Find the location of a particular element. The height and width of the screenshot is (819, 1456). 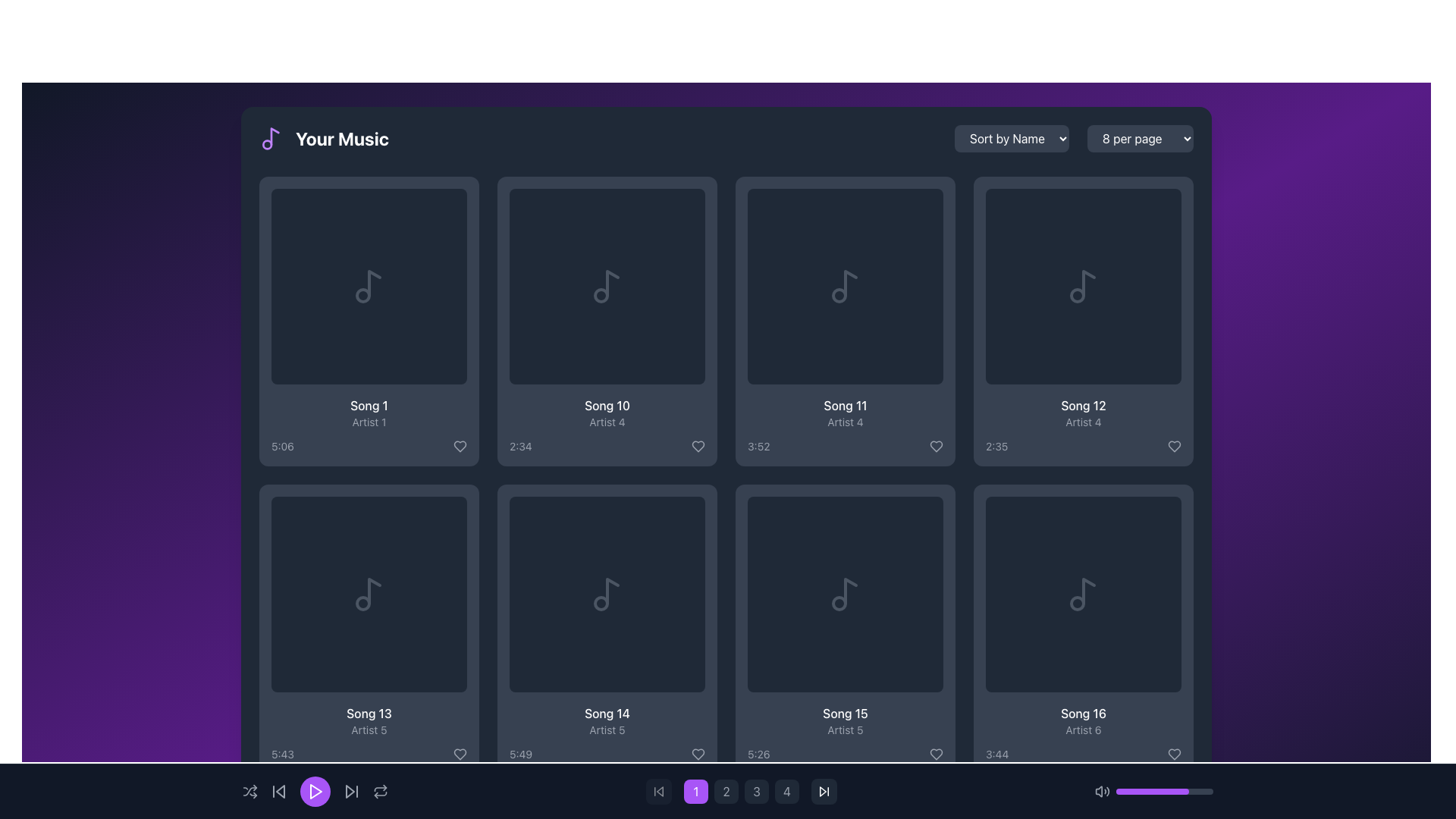

the small circle element within the musical note icon that is centered on the card labeled 'Song 10' with artist 'Artist 4' is located at coordinates (600, 295).